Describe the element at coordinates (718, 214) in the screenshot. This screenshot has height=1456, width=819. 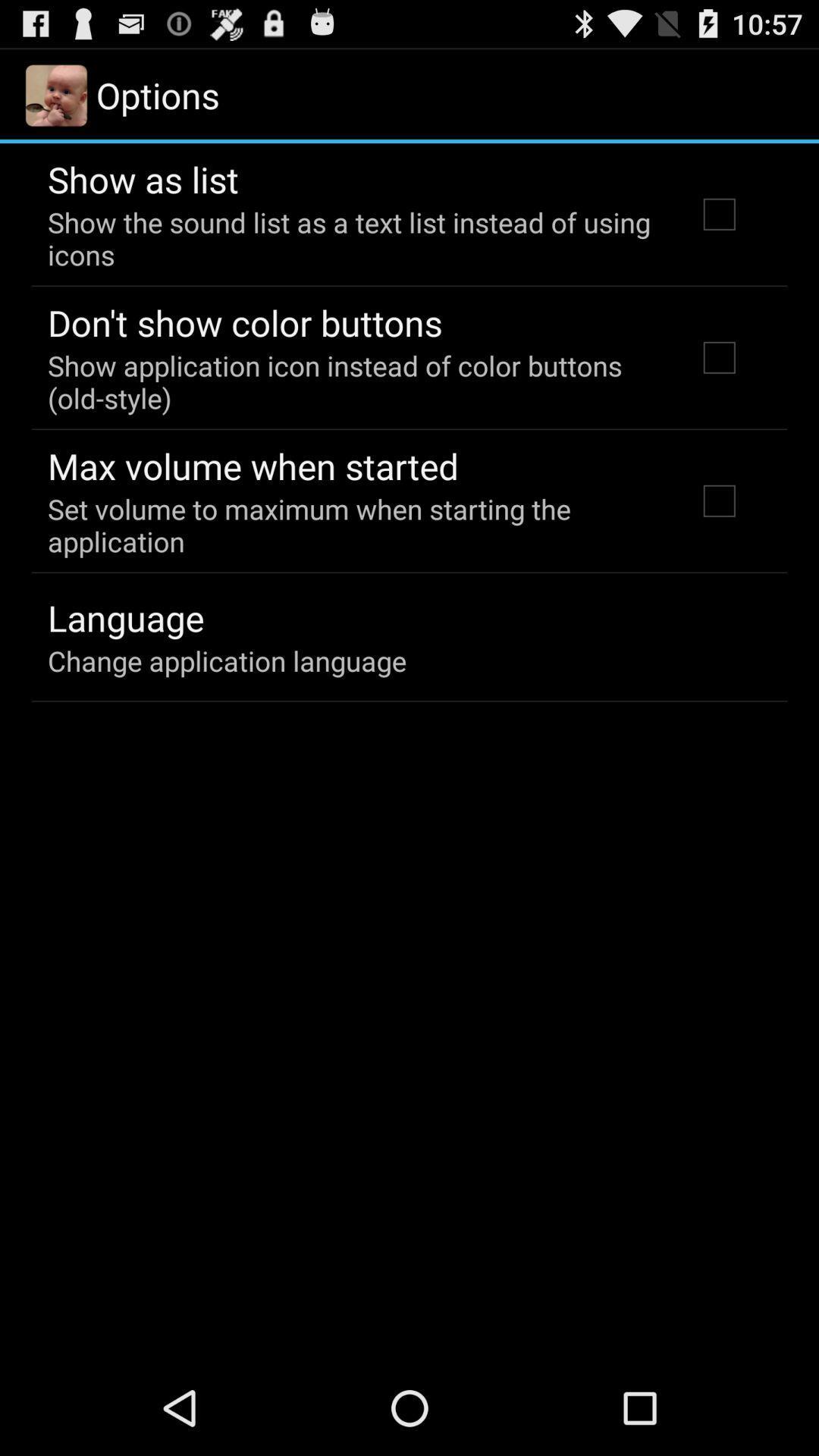
I see `the first check button` at that location.